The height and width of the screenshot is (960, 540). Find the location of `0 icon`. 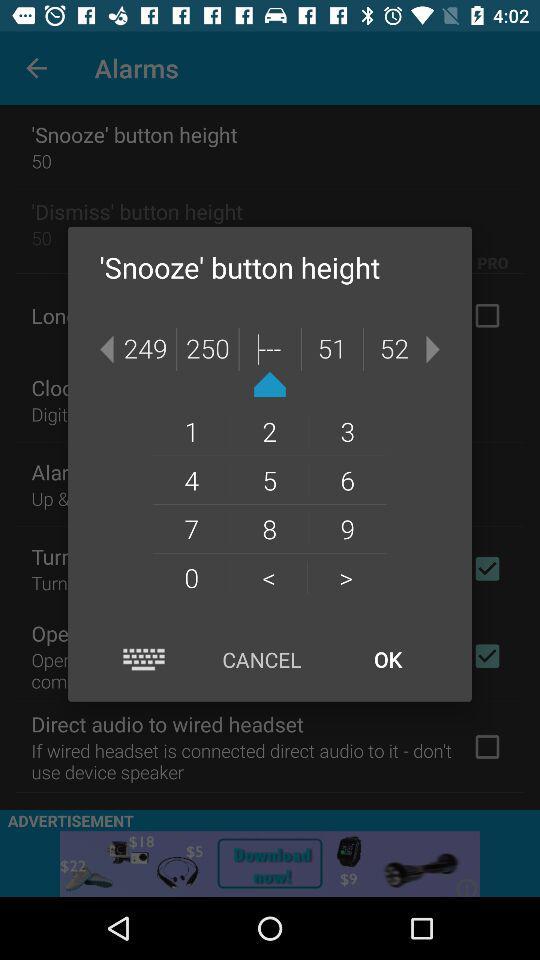

0 icon is located at coordinates (191, 577).